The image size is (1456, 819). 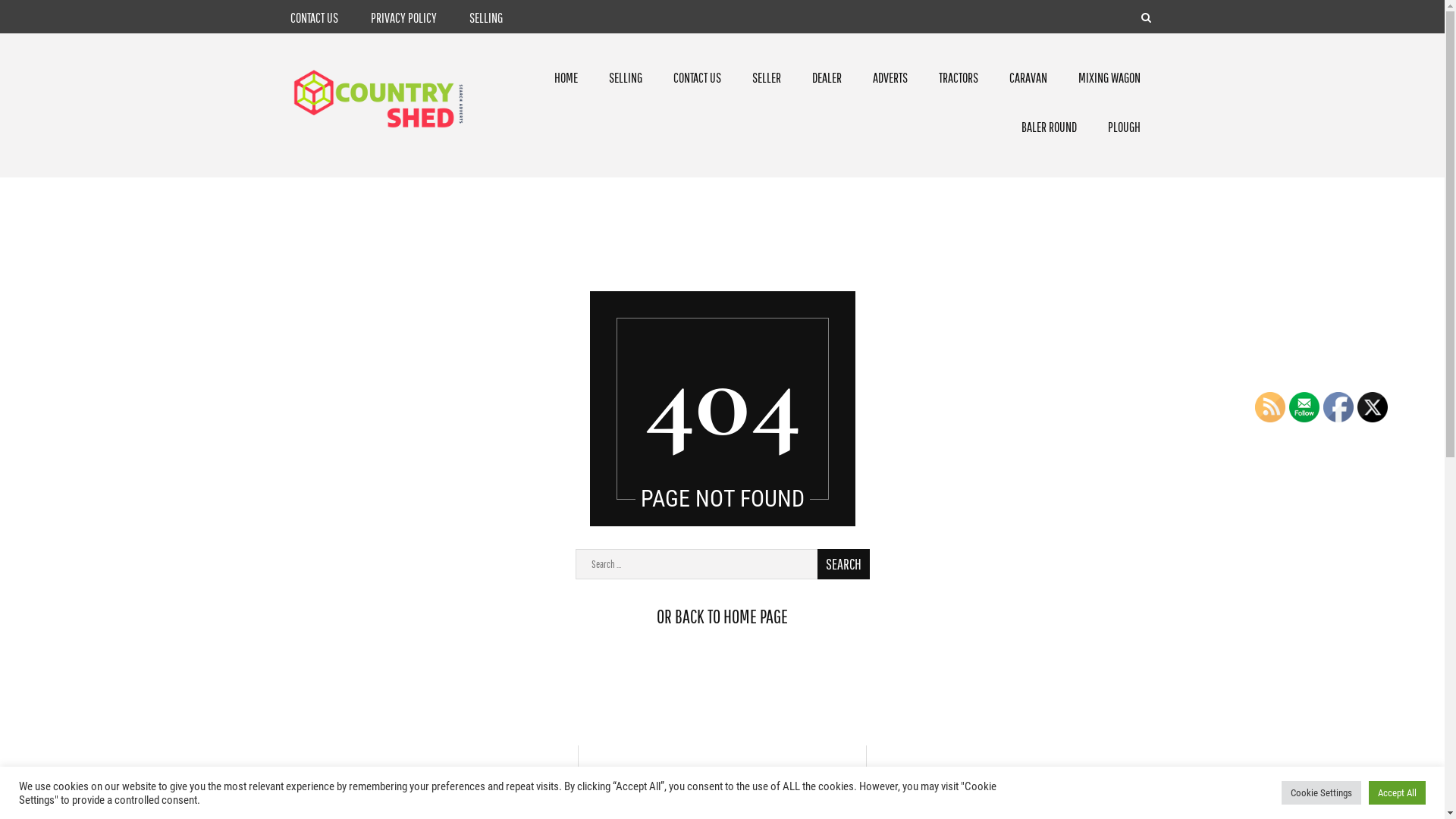 What do you see at coordinates (1109, 77) in the screenshot?
I see `'MIXING WAGON'` at bounding box center [1109, 77].